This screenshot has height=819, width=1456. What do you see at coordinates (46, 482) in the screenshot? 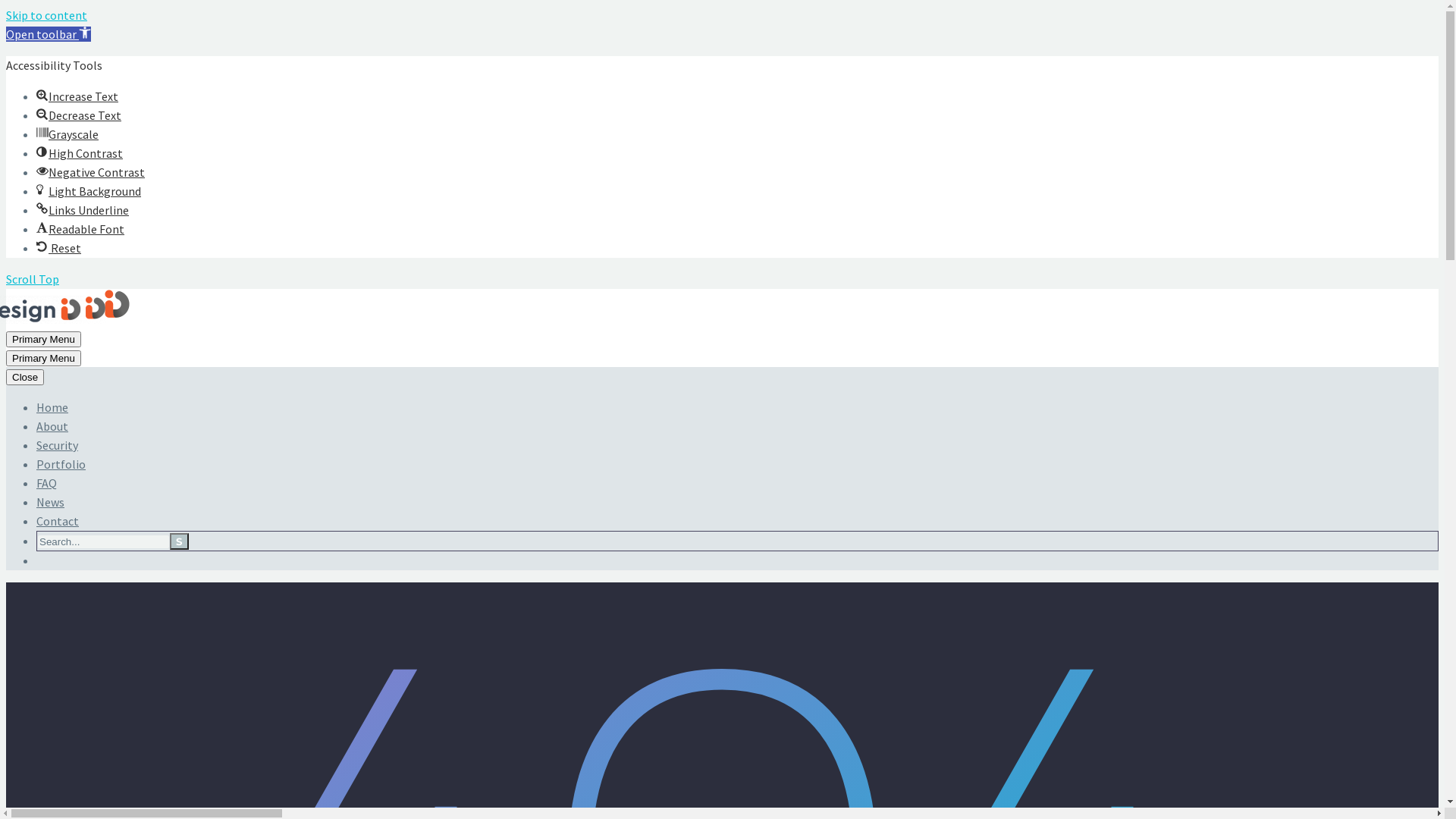
I see `'FAQ'` at bounding box center [46, 482].